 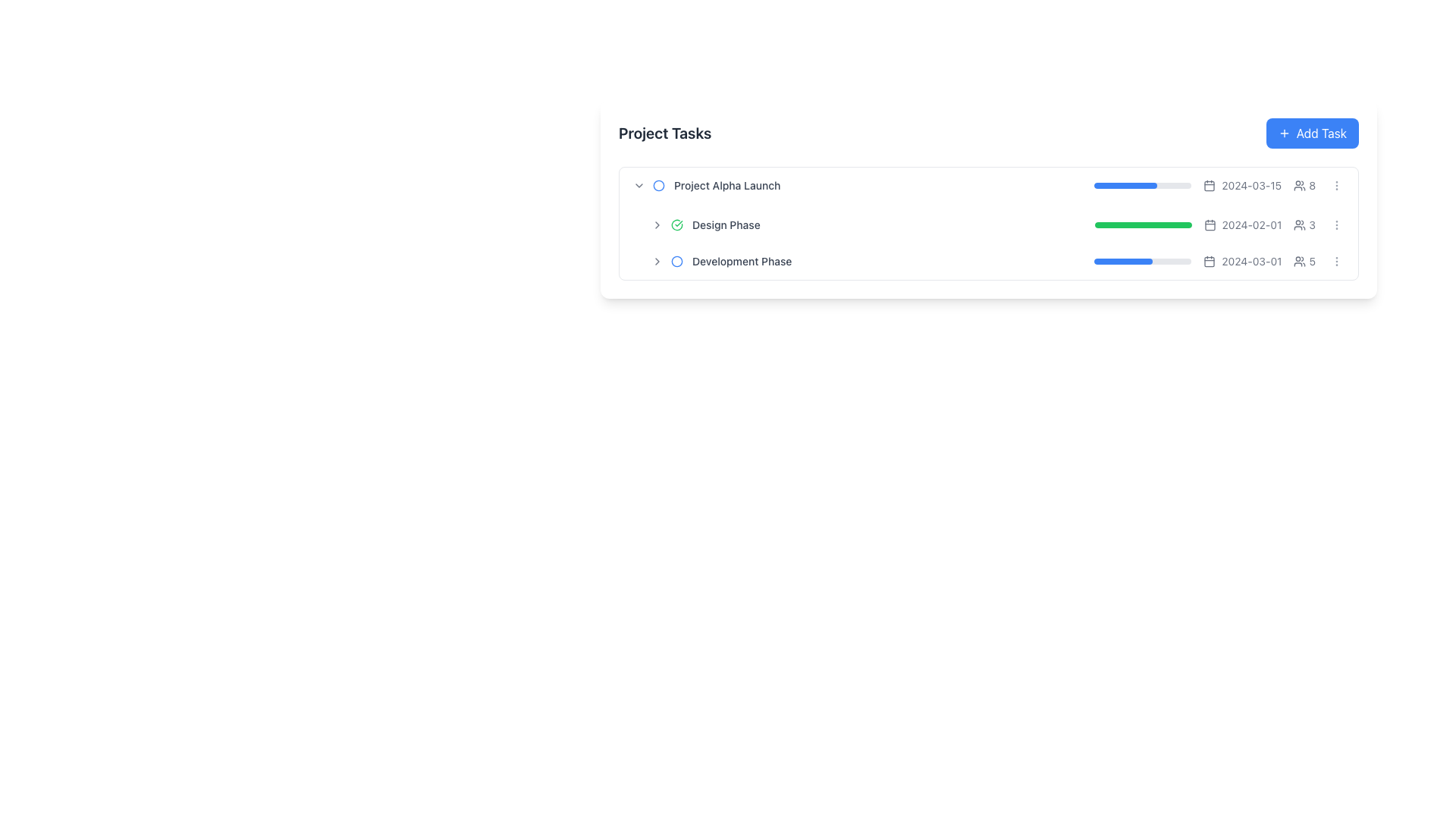 What do you see at coordinates (1320, 133) in the screenshot?
I see `the text label within the button that is intended to add a new task` at bounding box center [1320, 133].